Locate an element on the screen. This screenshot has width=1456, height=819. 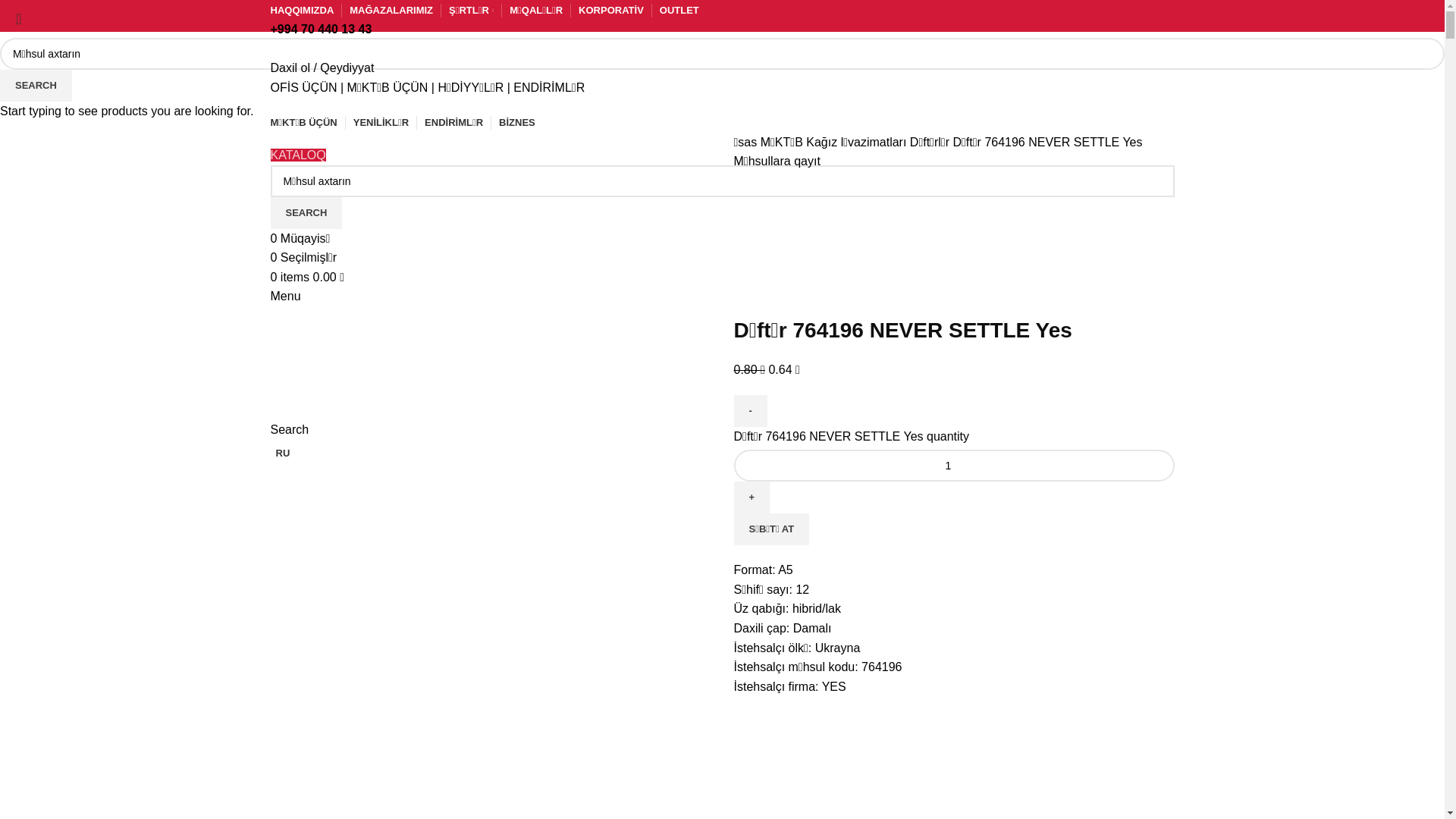
'SEARCH' is located at coordinates (36, 85).